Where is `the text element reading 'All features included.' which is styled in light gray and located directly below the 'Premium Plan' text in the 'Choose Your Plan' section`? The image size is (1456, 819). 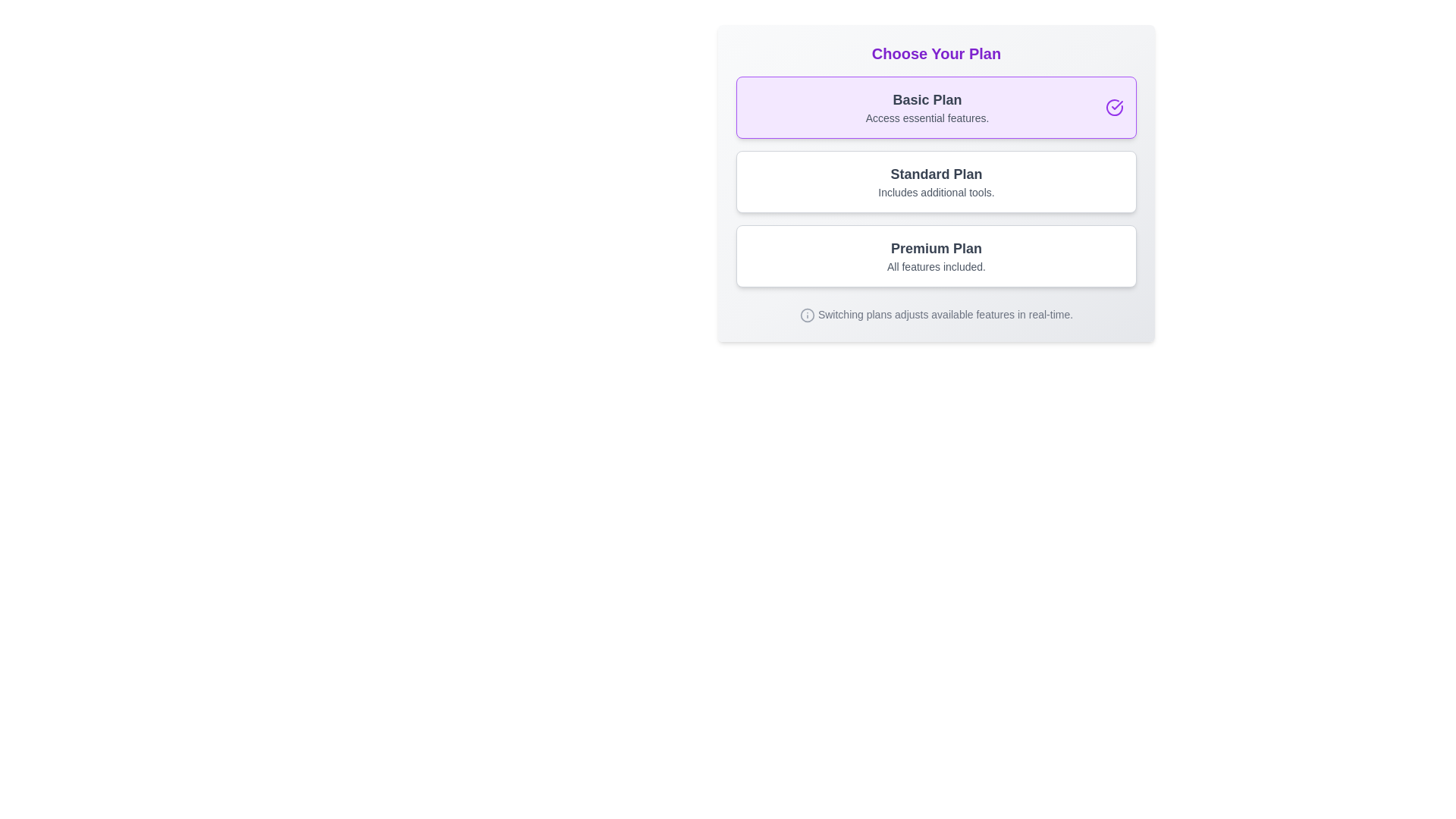 the text element reading 'All features included.' which is styled in light gray and located directly below the 'Premium Plan' text in the 'Choose Your Plan' section is located at coordinates (935, 265).